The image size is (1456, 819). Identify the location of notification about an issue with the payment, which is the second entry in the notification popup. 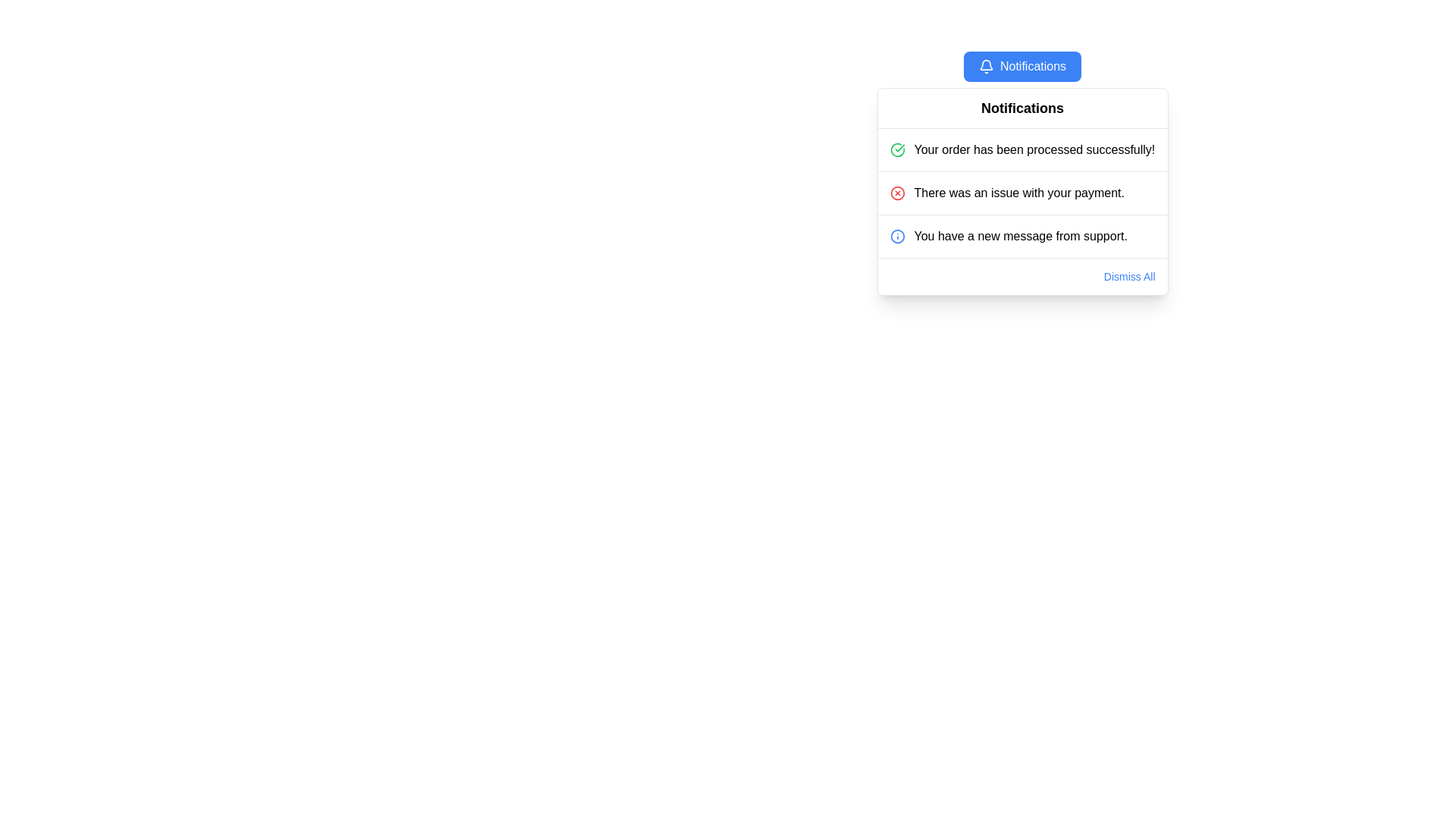
(1022, 192).